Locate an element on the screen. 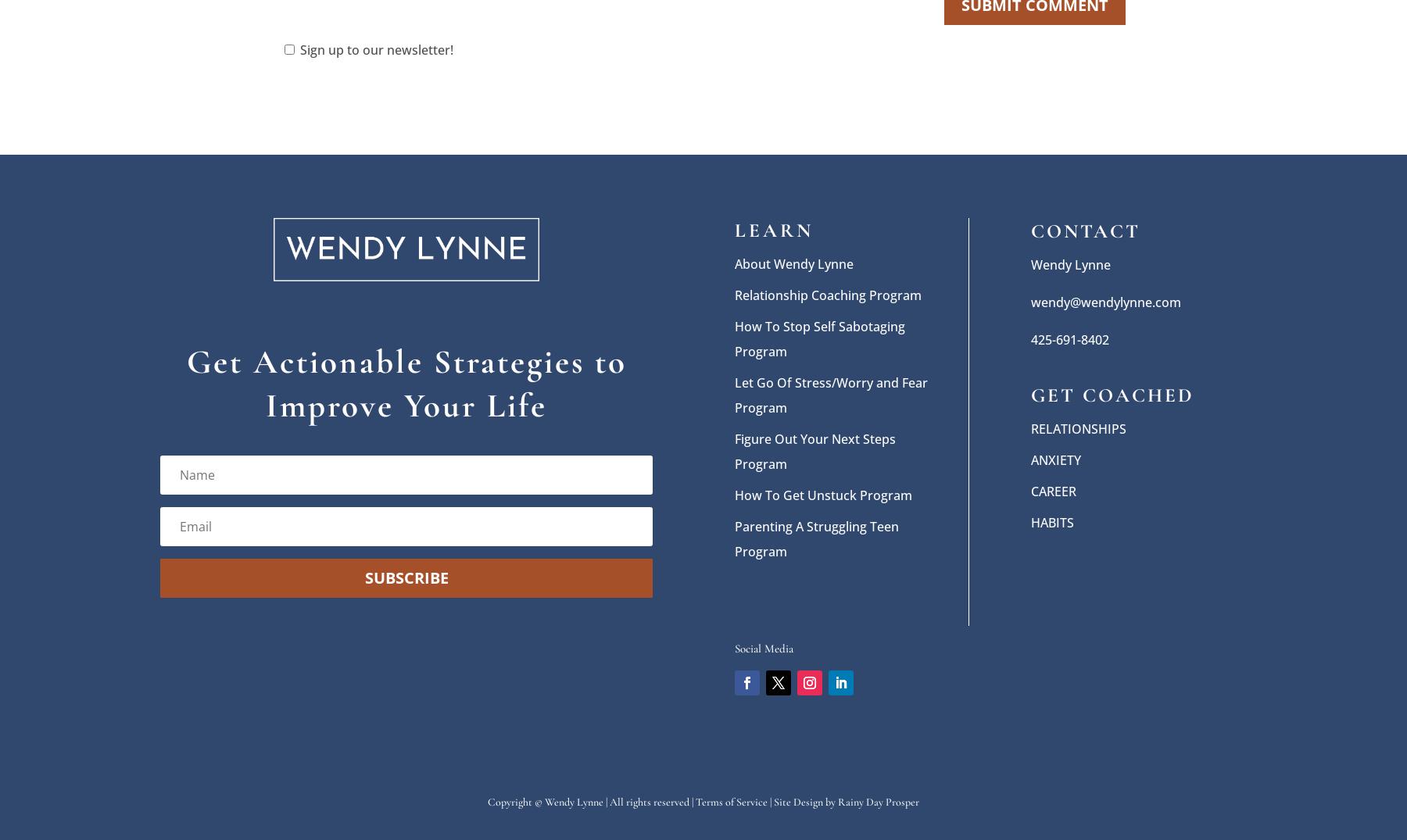 This screenshot has width=1407, height=840. '| Site Design by' is located at coordinates (803, 800).